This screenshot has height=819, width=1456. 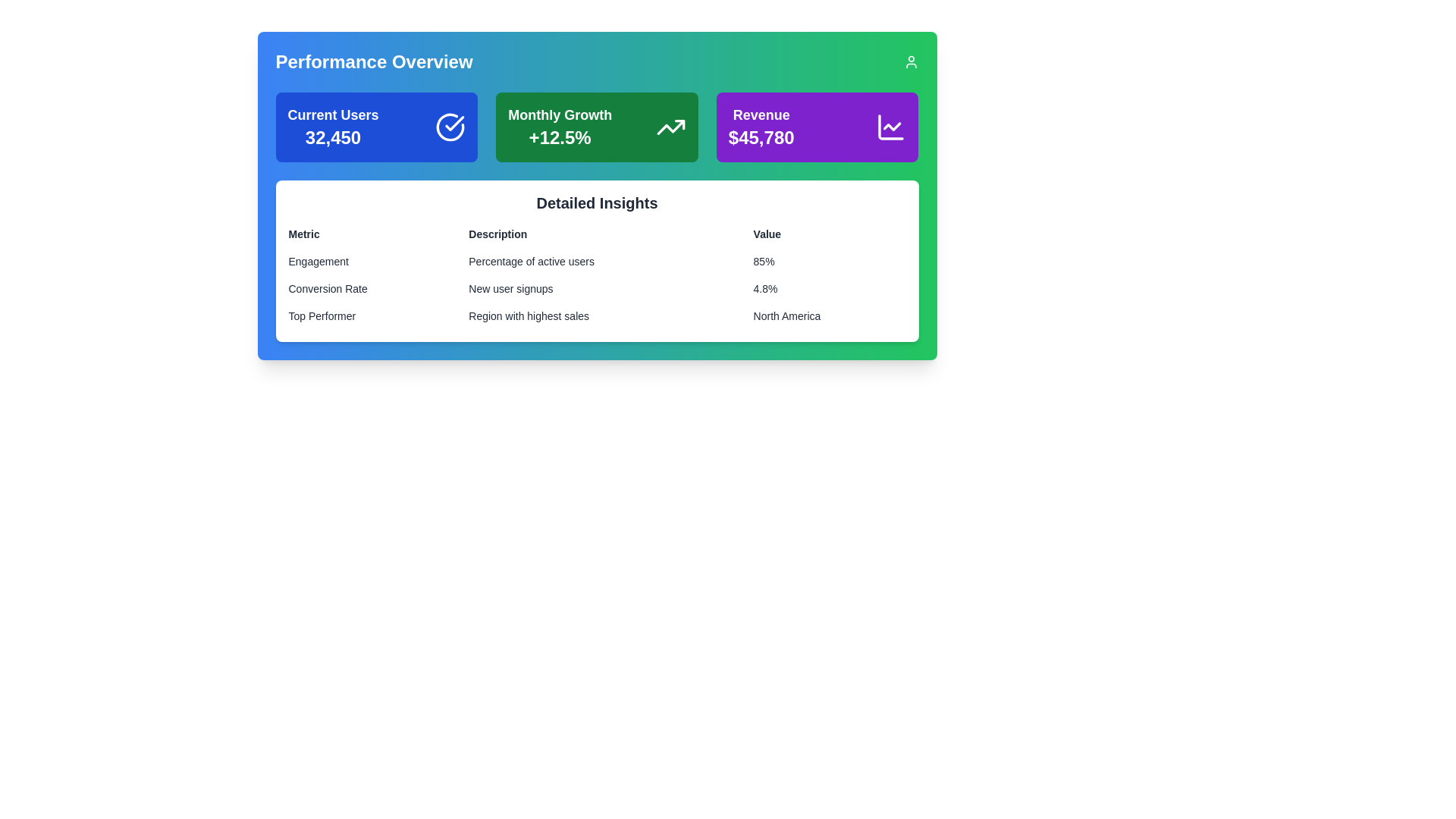 I want to click on the heading element displaying 'Detailed Insights' in a large, bold, black font, so click(x=596, y=202).